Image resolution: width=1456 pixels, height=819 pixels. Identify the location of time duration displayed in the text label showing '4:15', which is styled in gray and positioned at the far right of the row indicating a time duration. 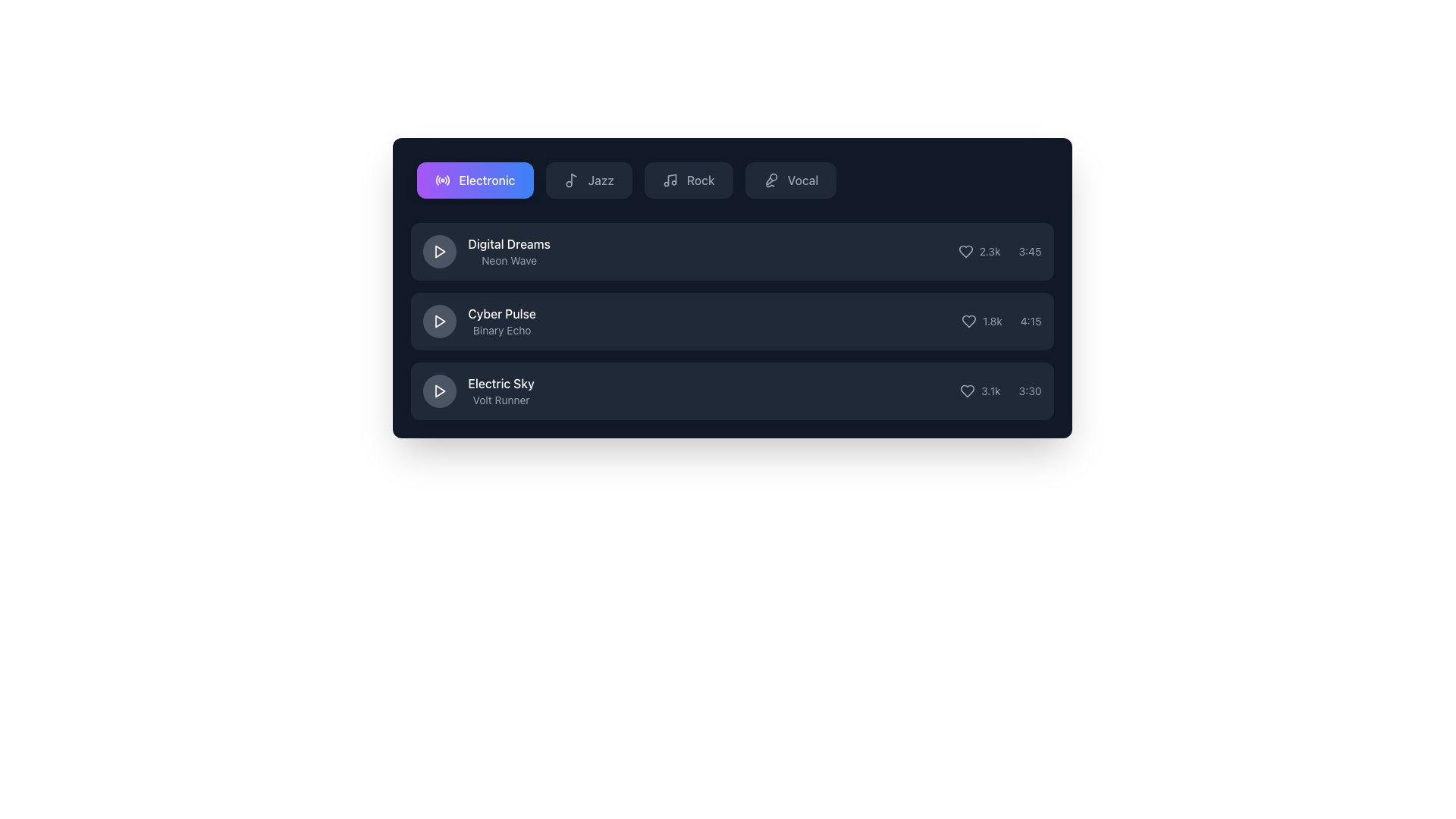
(1031, 321).